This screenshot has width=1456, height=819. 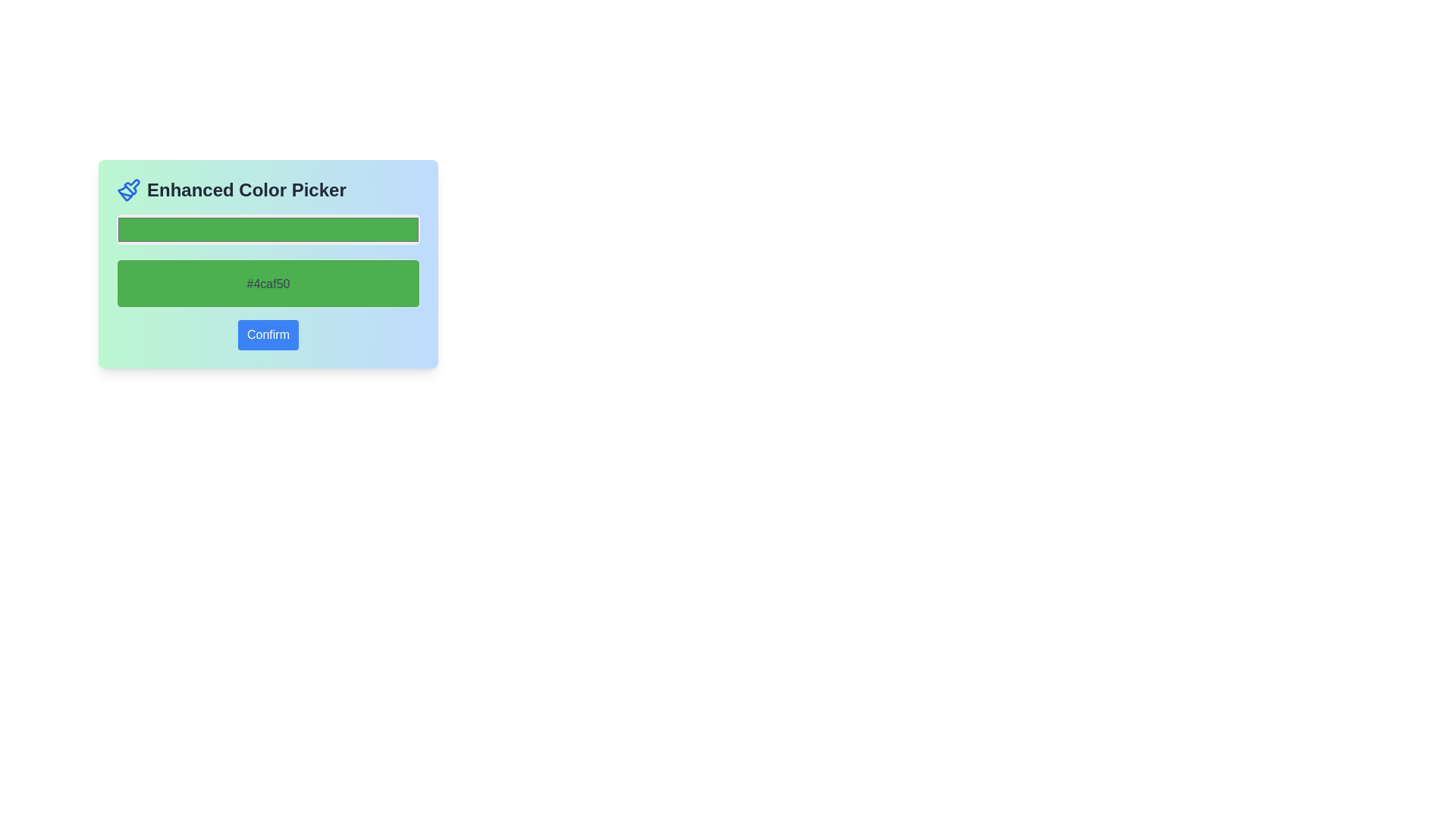 What do you see at coordinates (268, 231) in the screenshot?
I see `a new color from the color selection box, which is located below the 'Enhanced Color Picker' heading and above the text '#4caf50'` at bounding box center [268, 231].